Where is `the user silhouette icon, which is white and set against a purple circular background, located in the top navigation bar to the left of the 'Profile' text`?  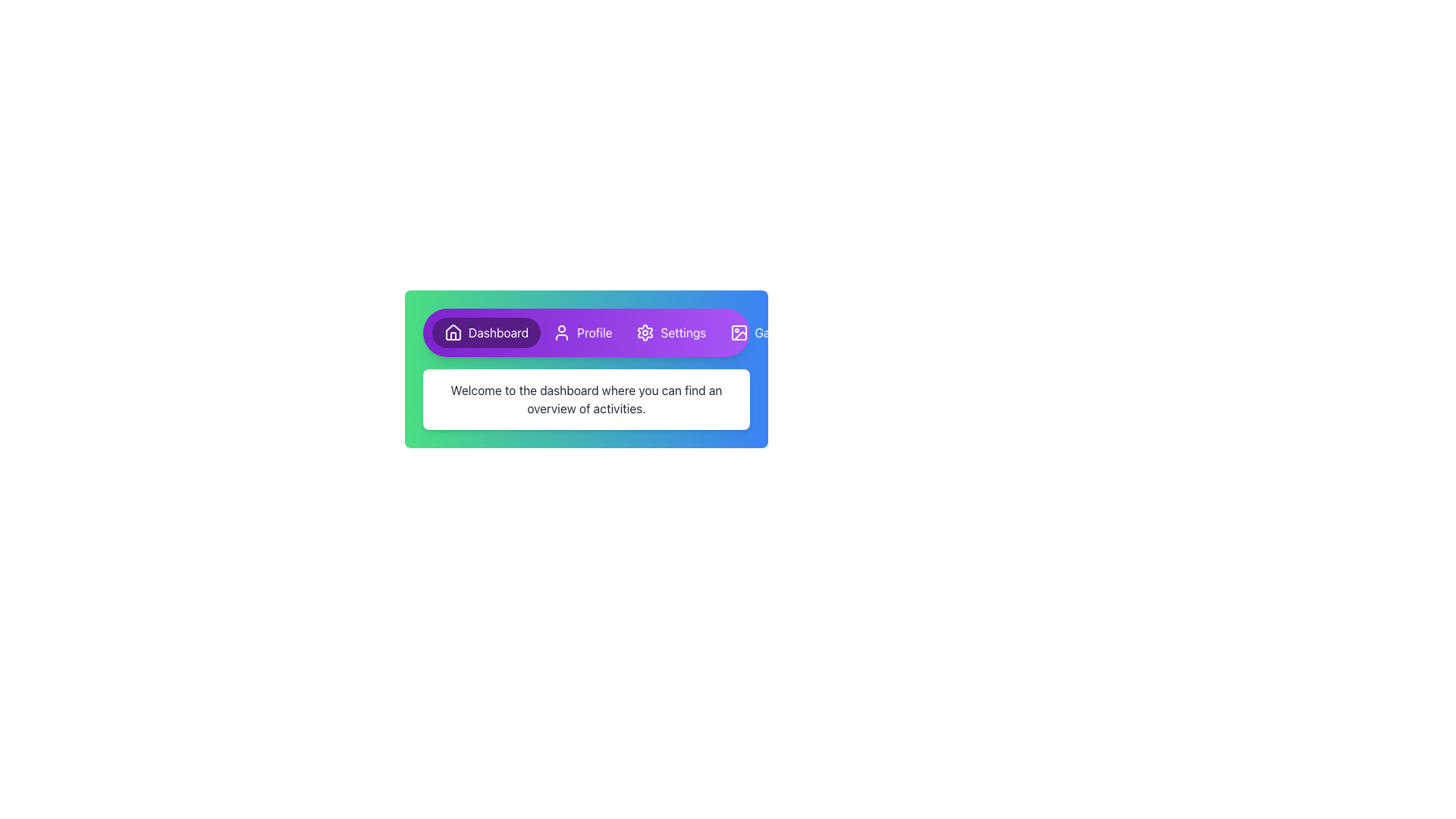 the user silhouette icon, which is white and set against a purple circular background, located in the top navigation bar to the left of the 'Profile' text is located at coordinates (561, 332).